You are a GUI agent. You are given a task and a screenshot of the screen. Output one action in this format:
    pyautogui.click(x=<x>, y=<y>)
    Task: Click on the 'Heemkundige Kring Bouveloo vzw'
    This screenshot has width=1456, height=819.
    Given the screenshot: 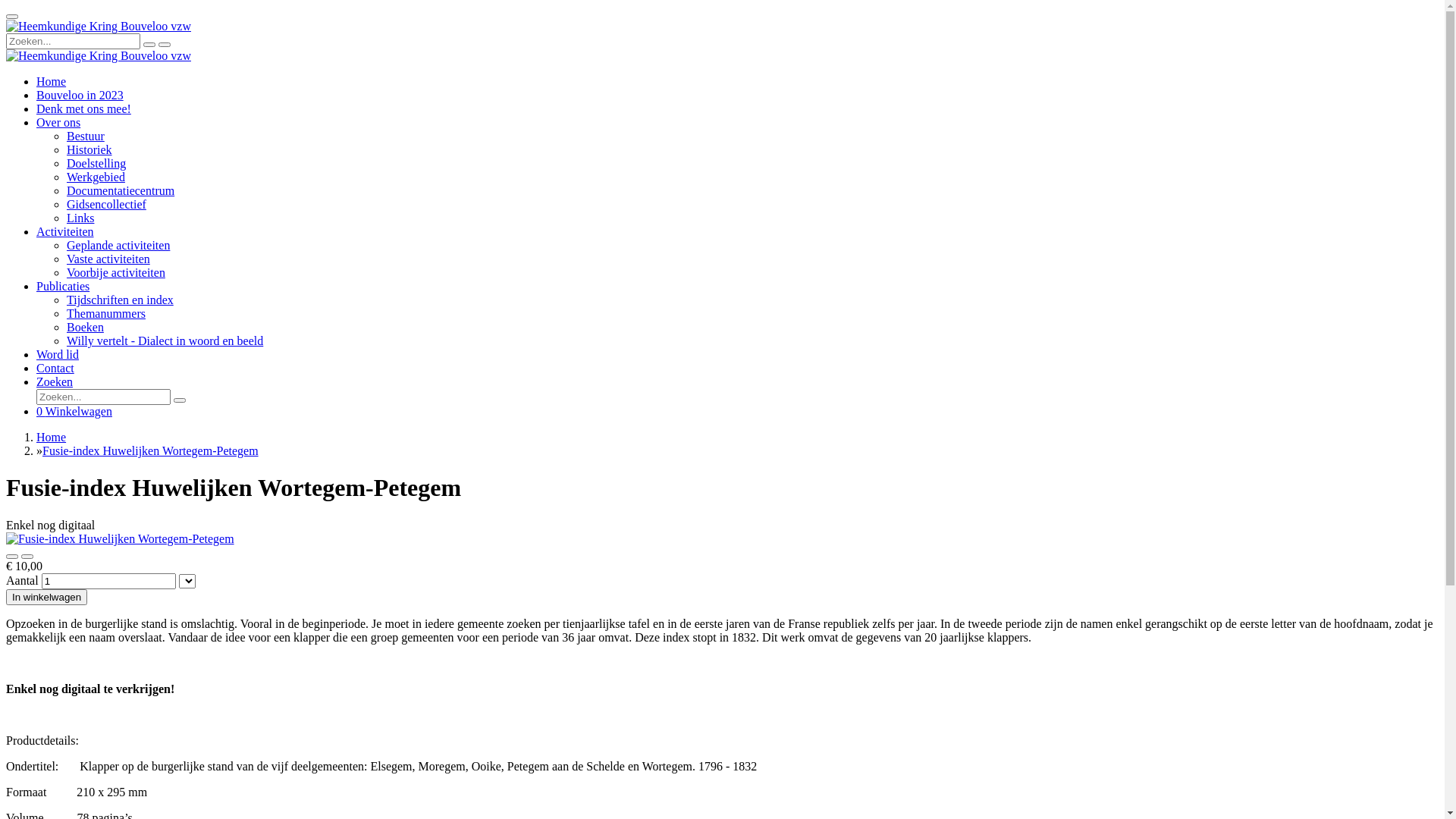 What is the action you would take?
    pyautogui.click(x=97, y=26)
    